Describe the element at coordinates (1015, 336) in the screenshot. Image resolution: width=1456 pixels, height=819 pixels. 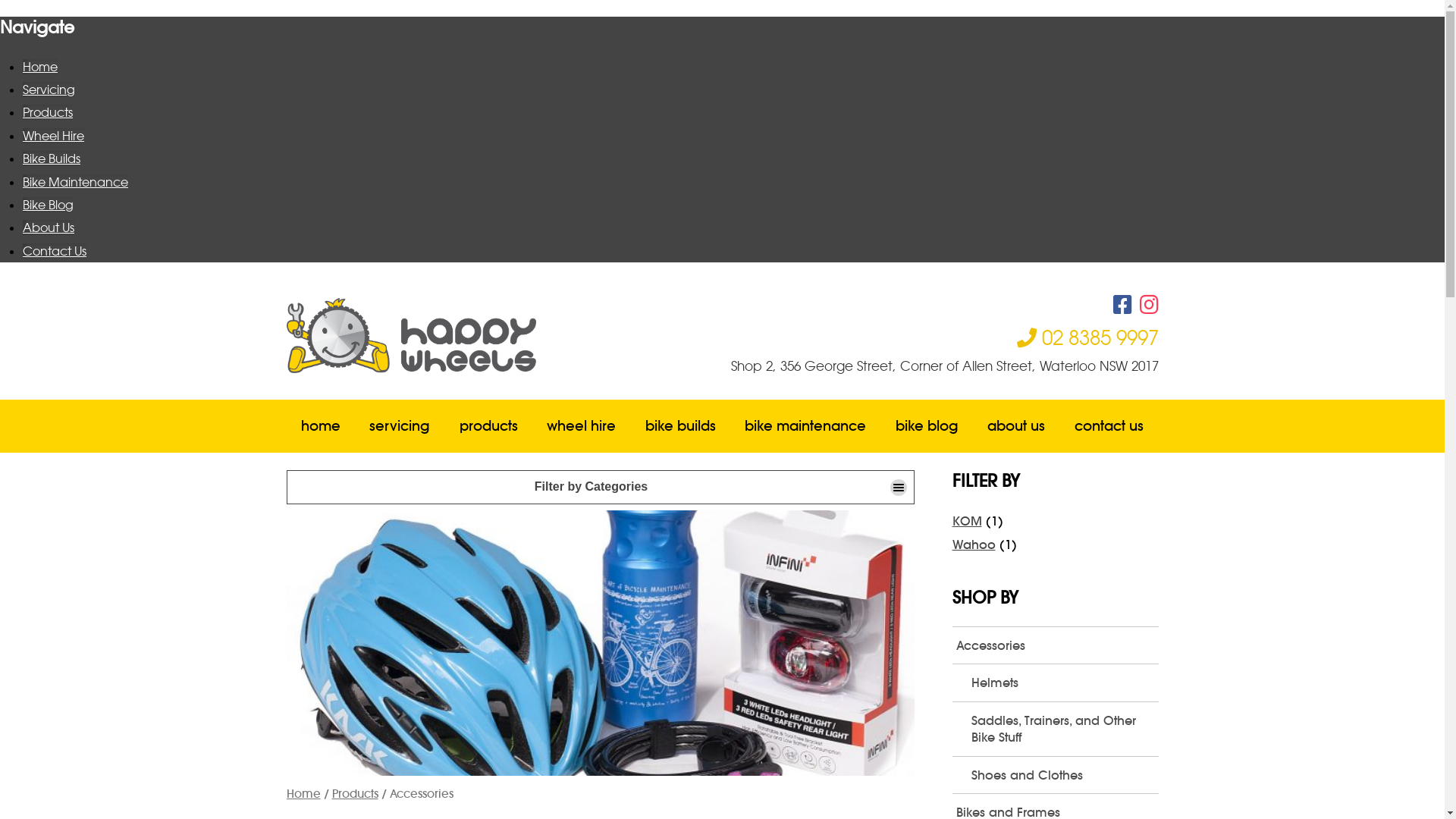
I see `'02 8385 9997'` at that location.